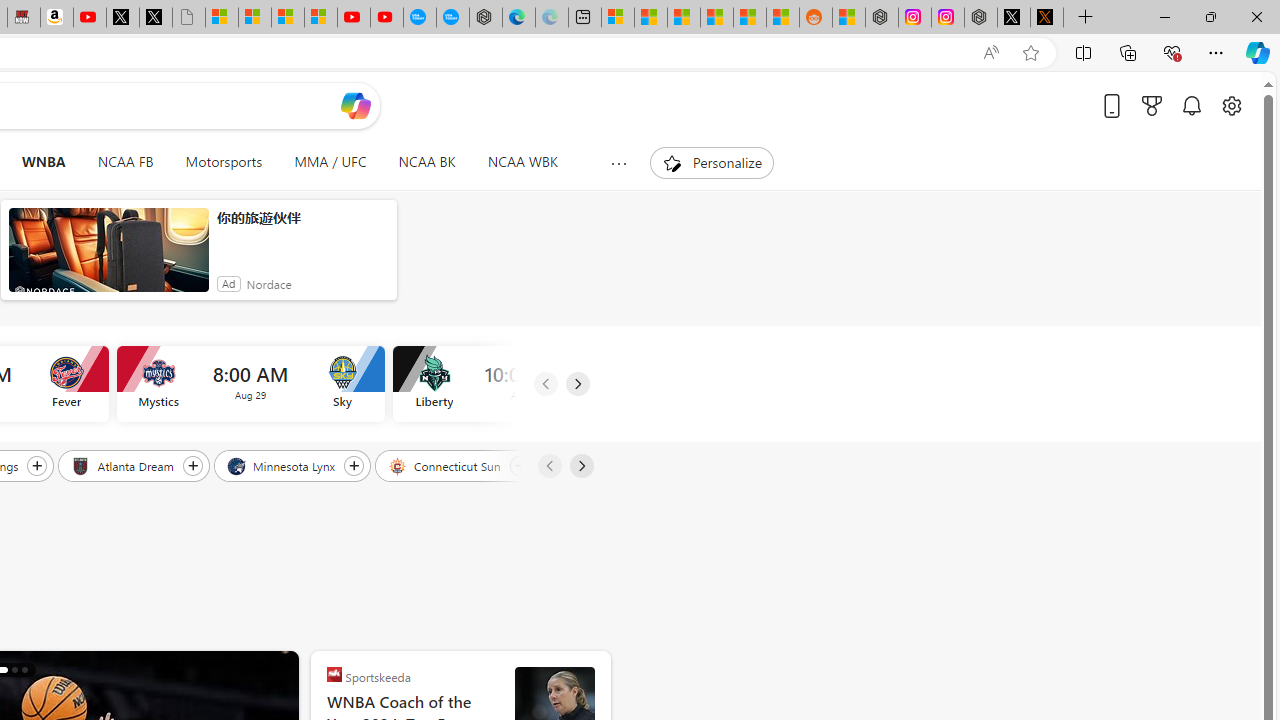 This screenshot has width=1280, height=720. I want to click on 'NCAA FB', so click(124, 162).